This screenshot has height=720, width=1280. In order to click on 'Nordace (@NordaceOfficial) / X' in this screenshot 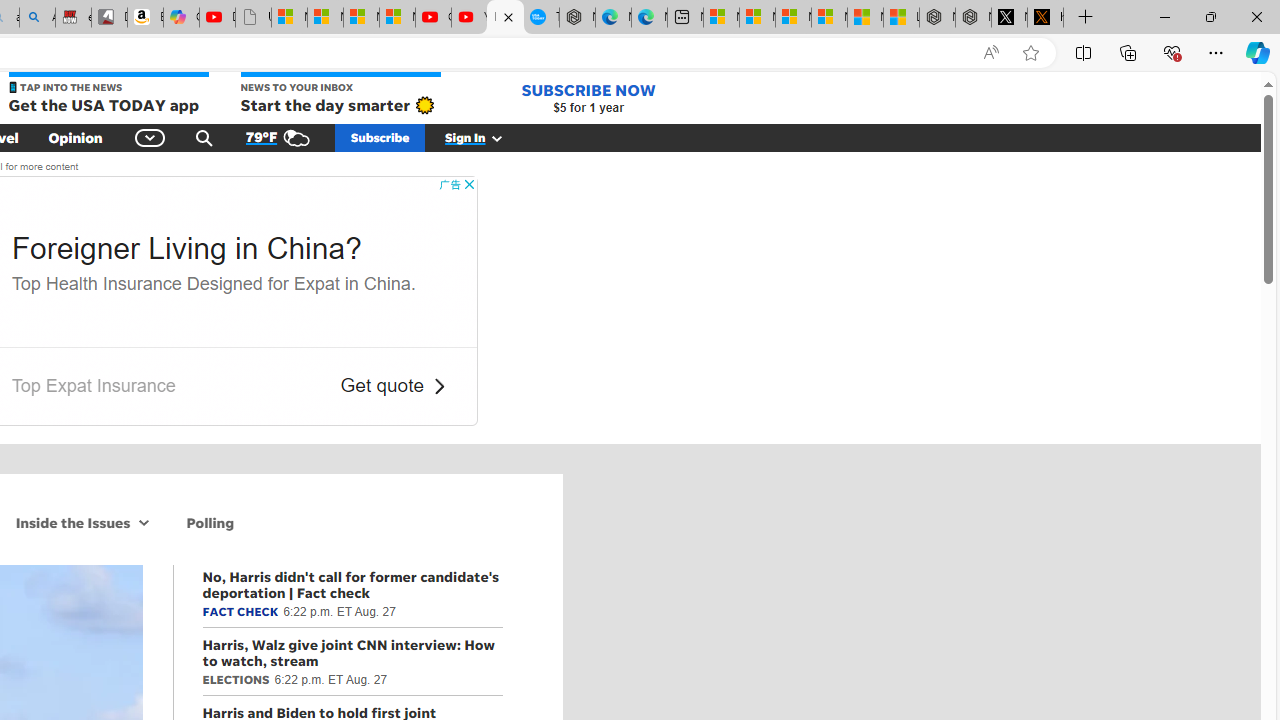, I will do `click(1009, 17)`.